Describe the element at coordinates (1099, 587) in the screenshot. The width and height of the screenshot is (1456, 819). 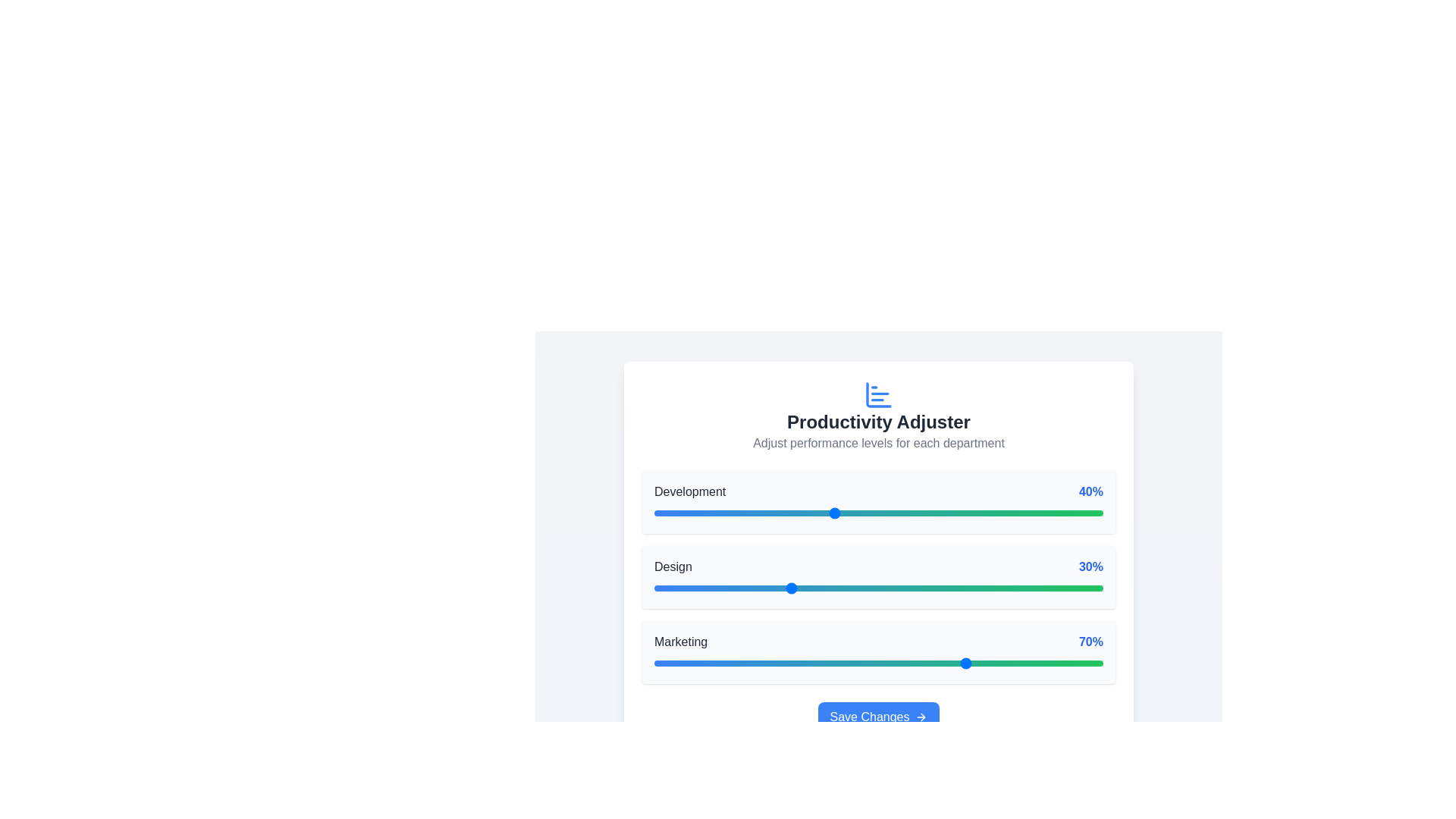
I see `the slider` at that location.